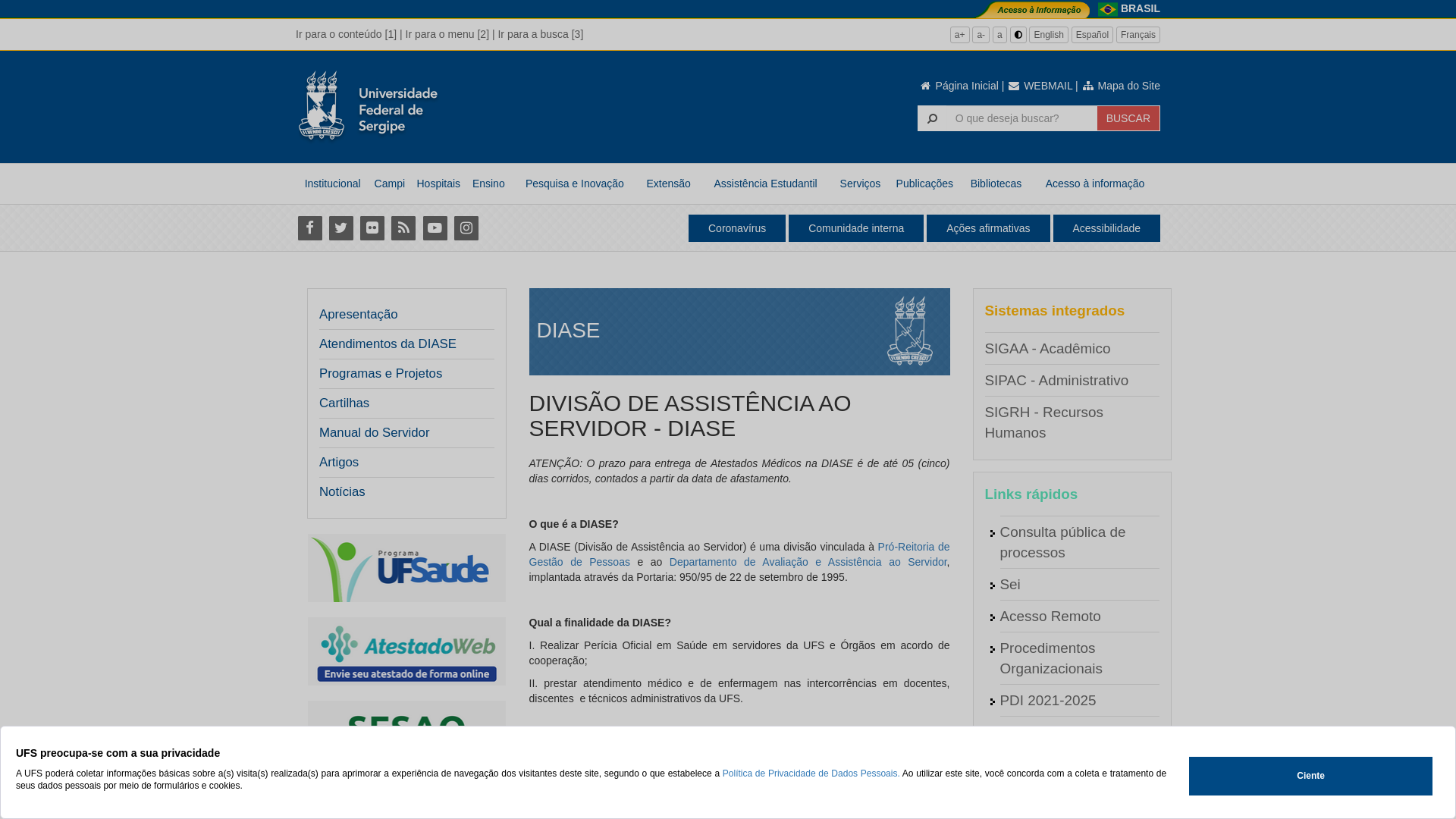 The width and height of the screenshot is (1456, 819). I want to click on 'English', so click(1047, 34).